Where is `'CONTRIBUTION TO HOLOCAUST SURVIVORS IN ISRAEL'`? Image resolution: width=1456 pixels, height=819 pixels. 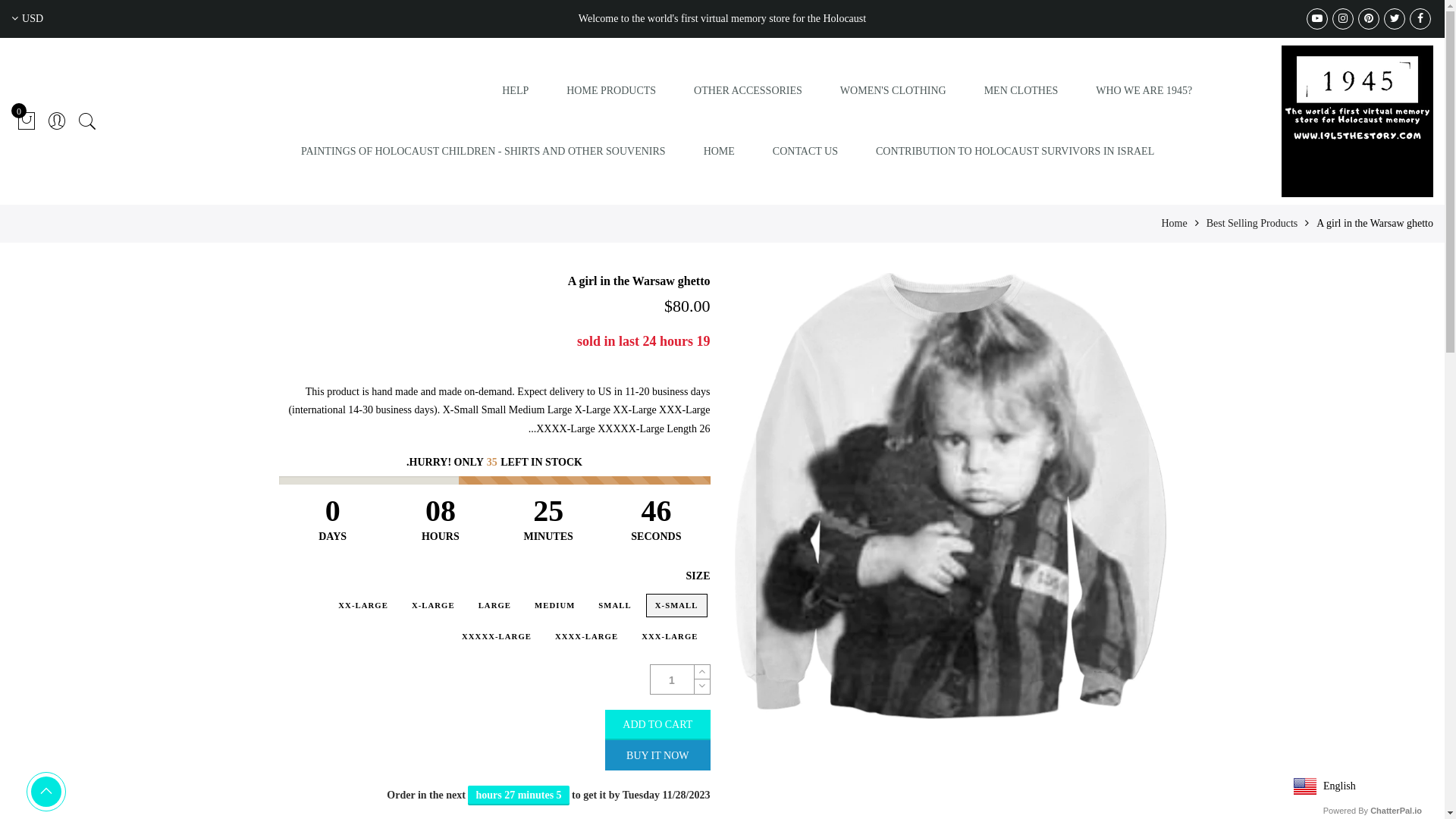
'CONTRIBUTION TO HOLOCAUST SURVIVORS IN ISRAEL' is located at coordinates (1015, 151).